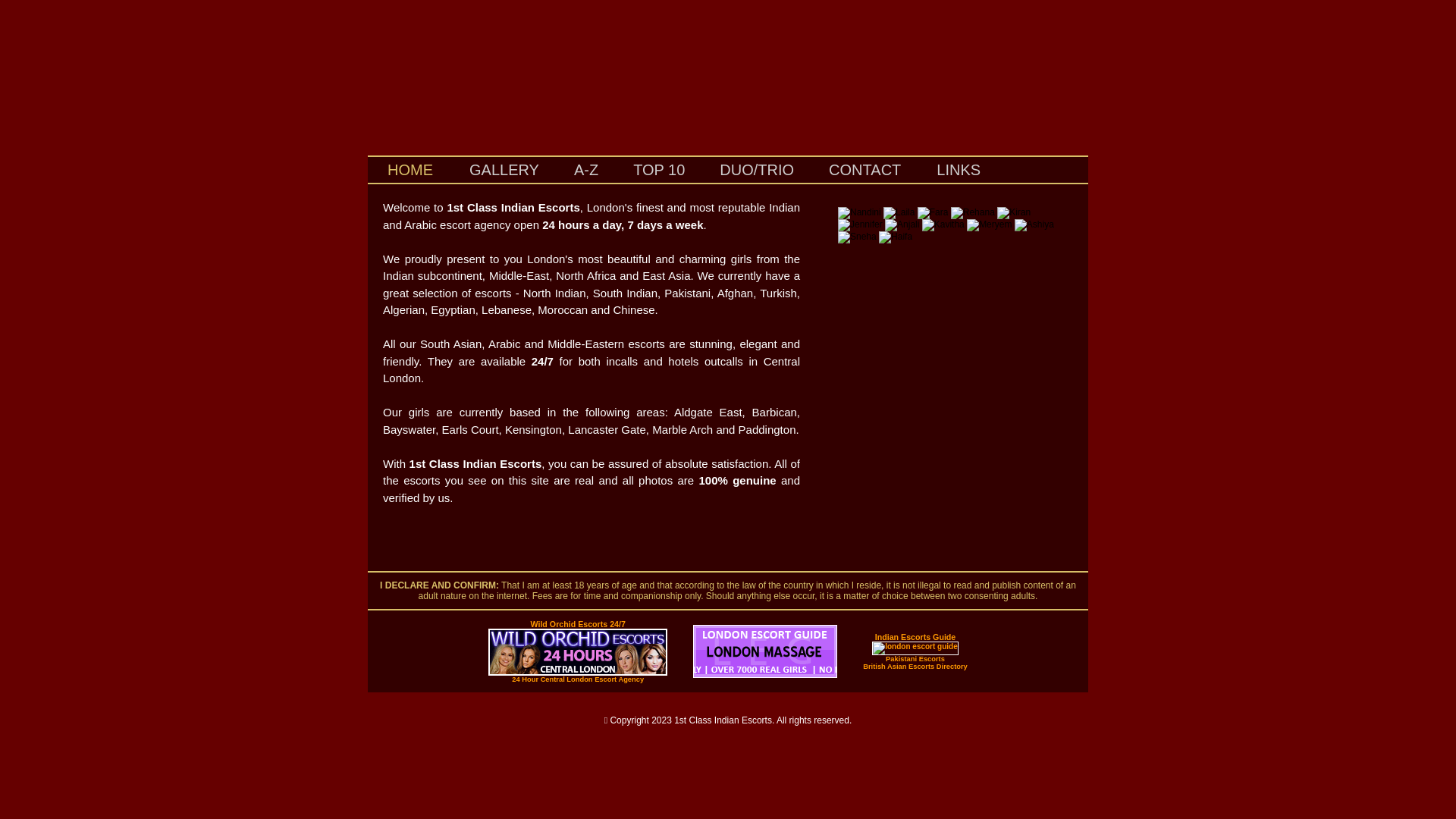  I want to click on 'Wild Orchid Escorts 24/7', so click(576, 624).